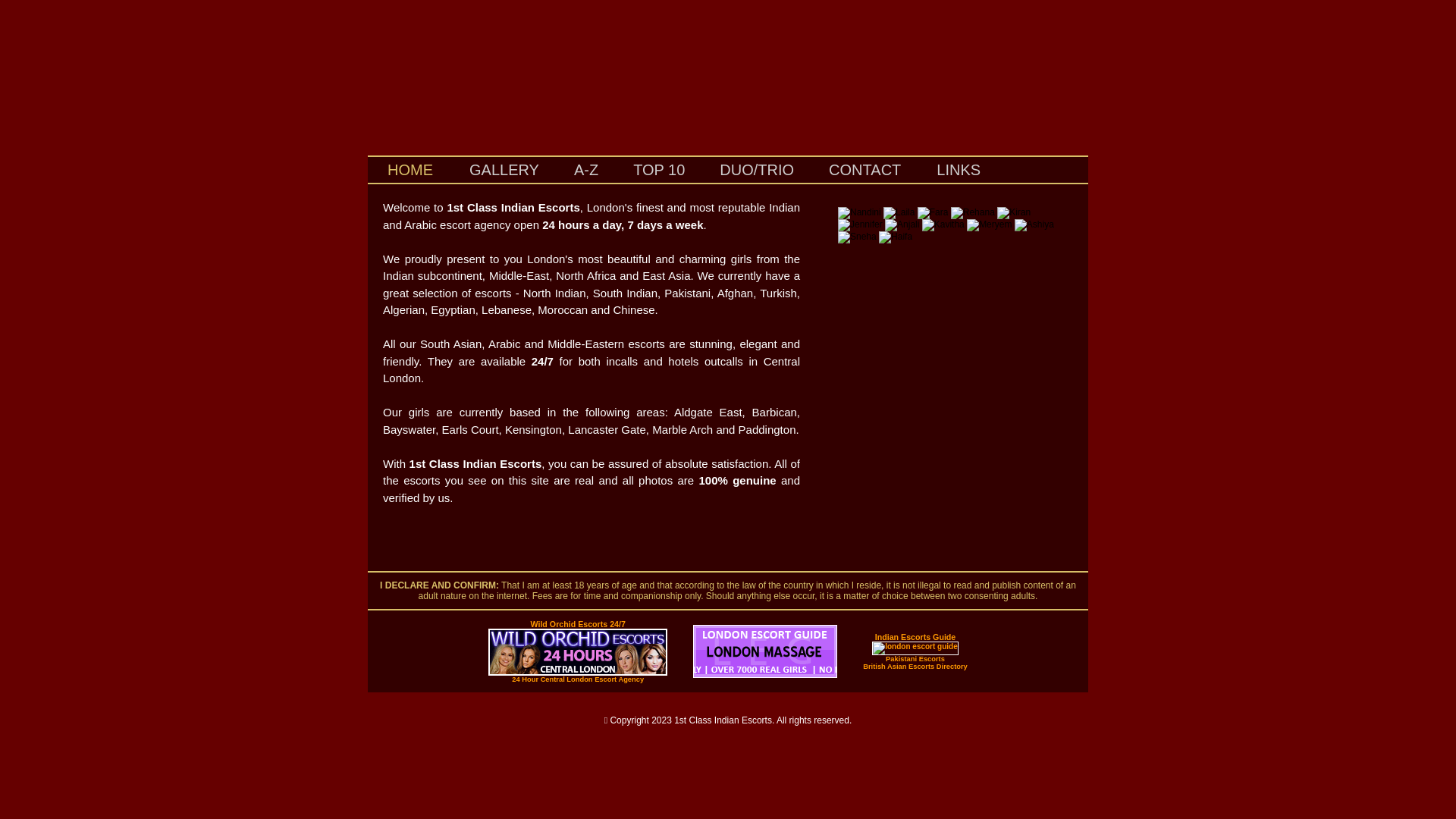  I want to click on 'Wild Orchid Escorts 24/7', so click(576, 624).